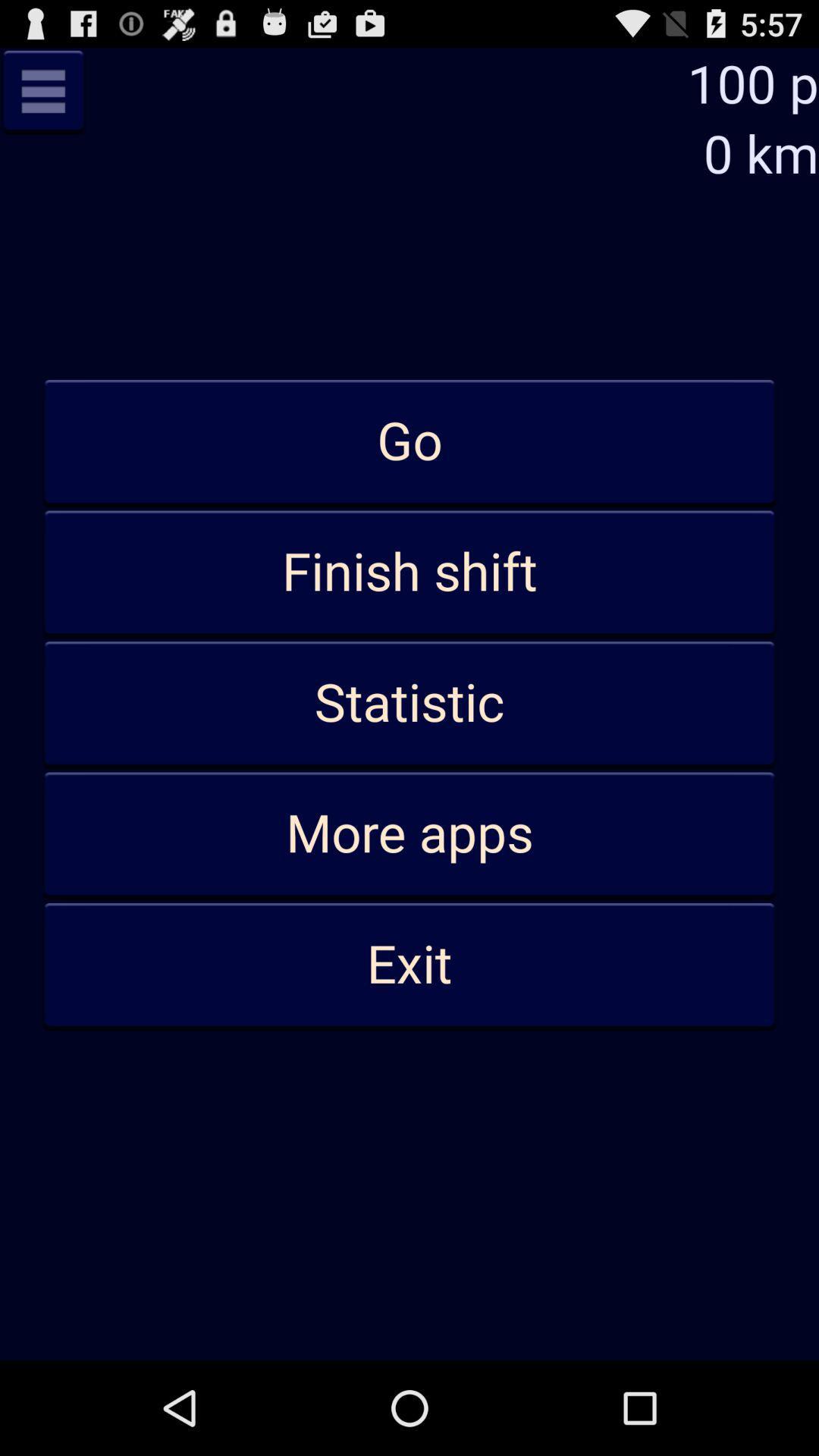 This screenshot has width=819, height=1456. I want to click on go app, so click(409, 441).